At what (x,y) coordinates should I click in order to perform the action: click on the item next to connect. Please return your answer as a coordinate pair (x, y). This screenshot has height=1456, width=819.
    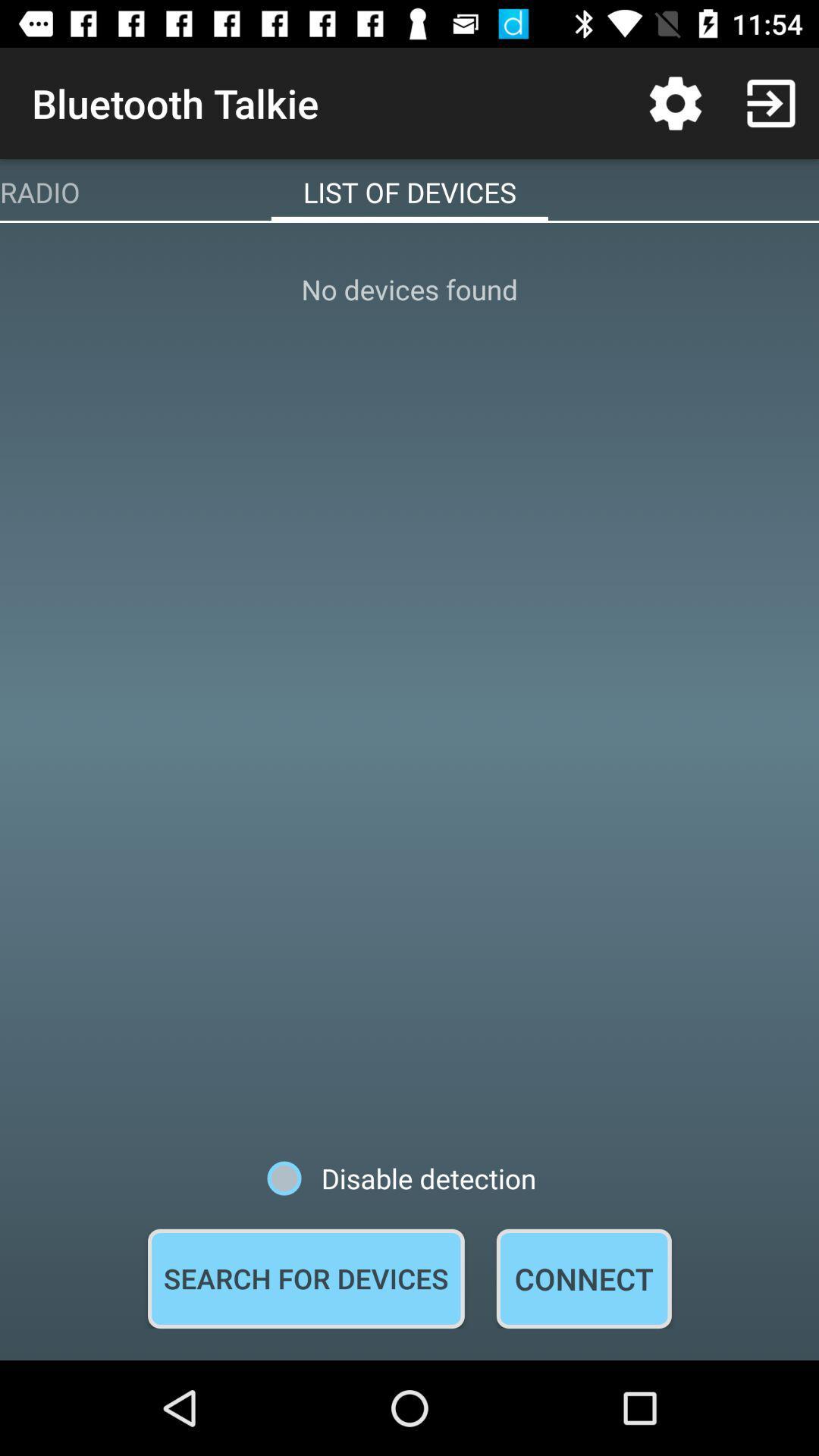
    Looking at the image, I should click on (306, 1278).